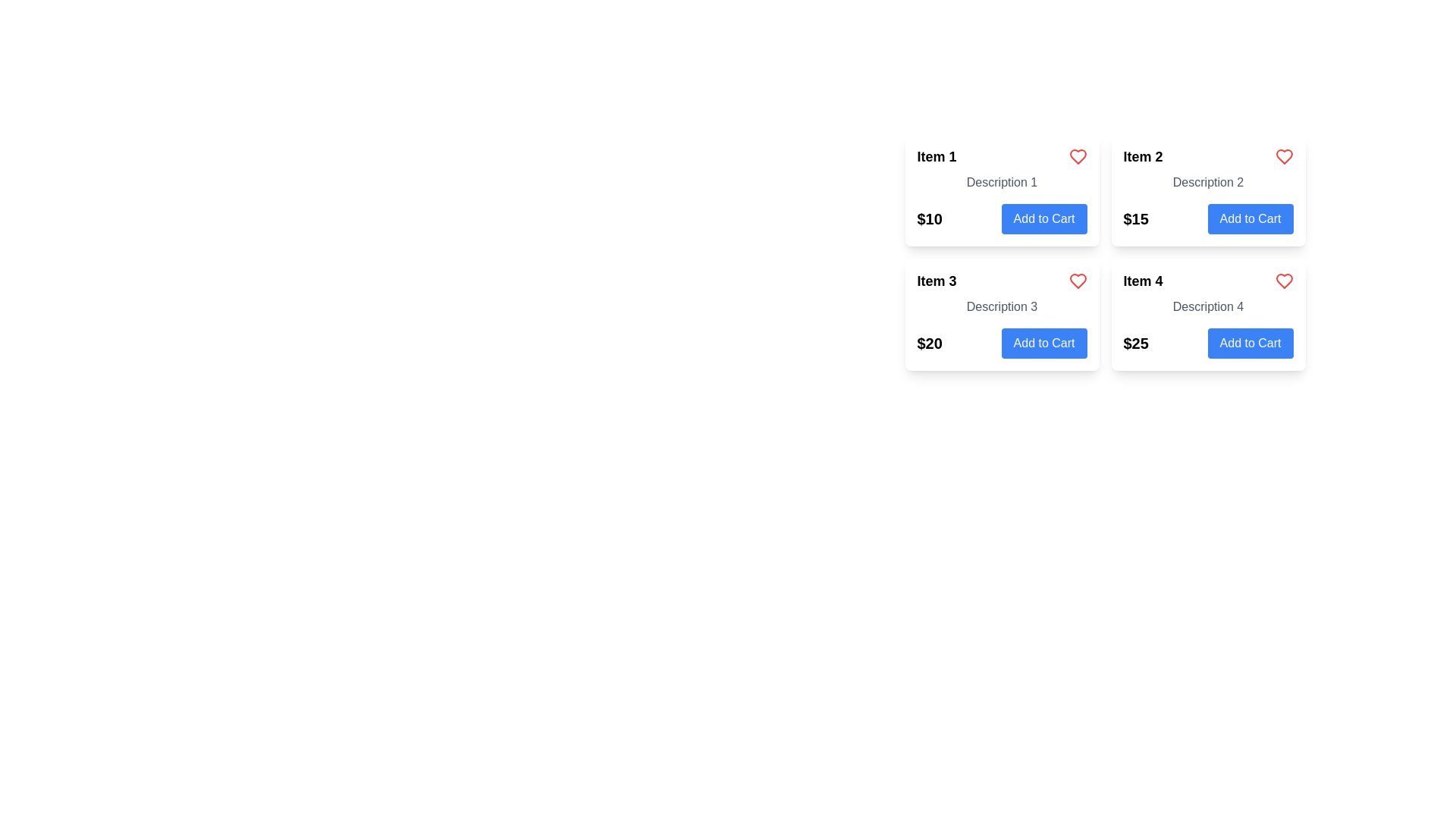 Image resolution: width=1456 pixels, height=819 pixels. What do you see at coordinates (1283, 281) in the screenshot?
I see `the red heart-shaped icon located` at bounding box center [1283, 281].